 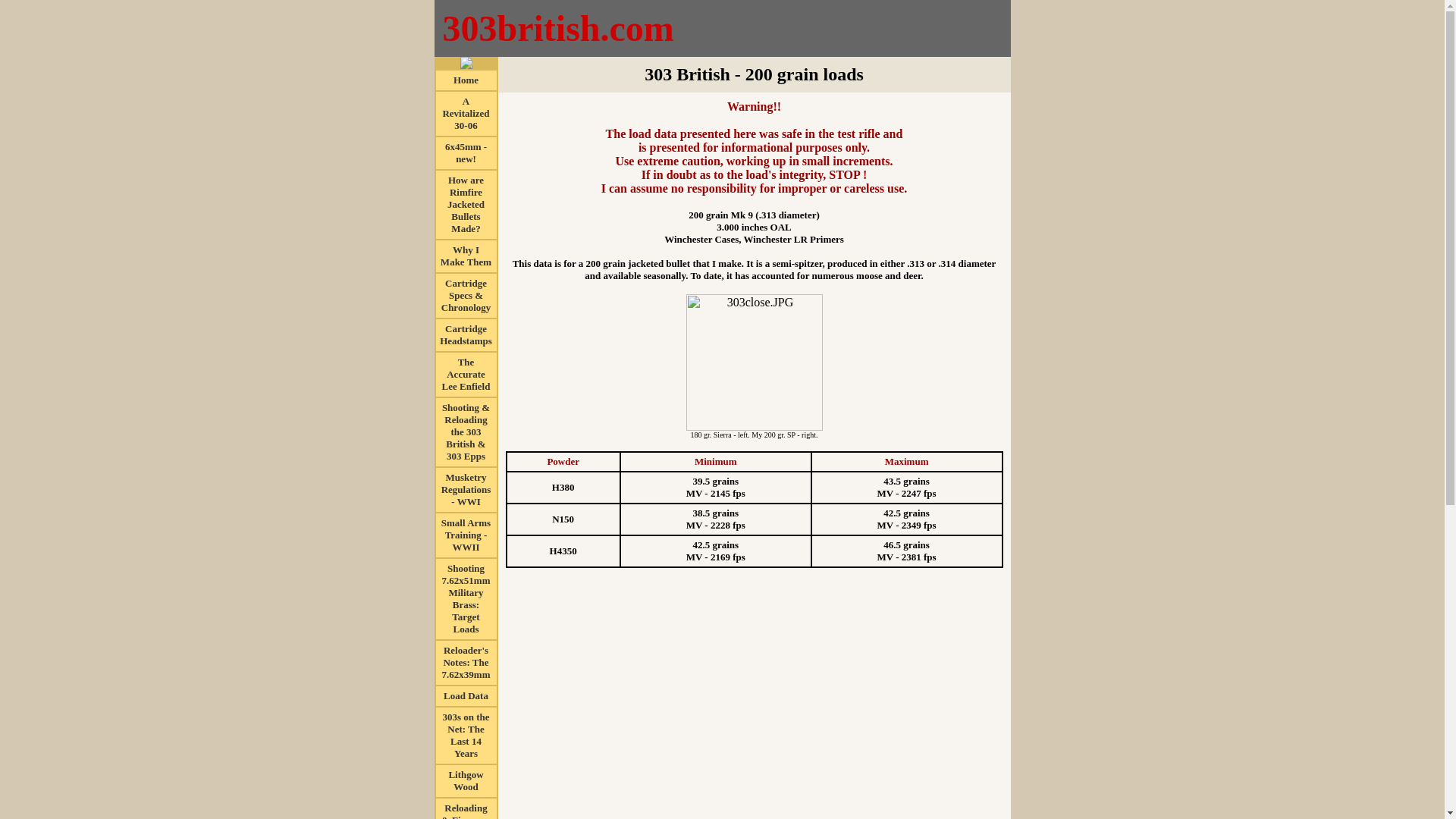 What do you see at coordinates (465, 597) in the screenshot?
I see `'Shooting 7.62x51mm Military Brass: Target Loads'` at bounding box center [465, 597].